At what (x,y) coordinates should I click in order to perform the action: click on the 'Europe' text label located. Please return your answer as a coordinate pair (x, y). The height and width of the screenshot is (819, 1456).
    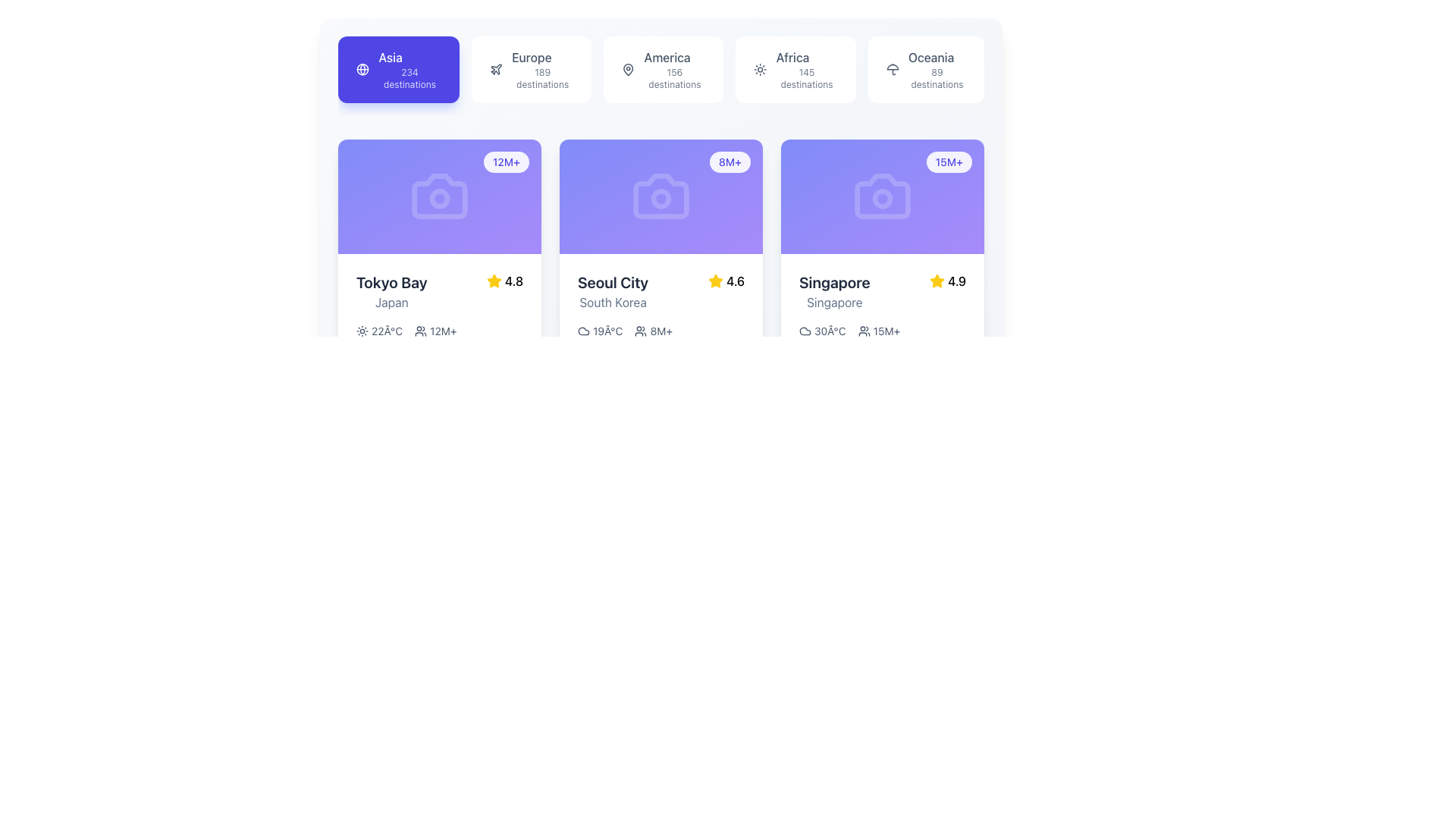
    Looking at the image, I should click on (532, 57).